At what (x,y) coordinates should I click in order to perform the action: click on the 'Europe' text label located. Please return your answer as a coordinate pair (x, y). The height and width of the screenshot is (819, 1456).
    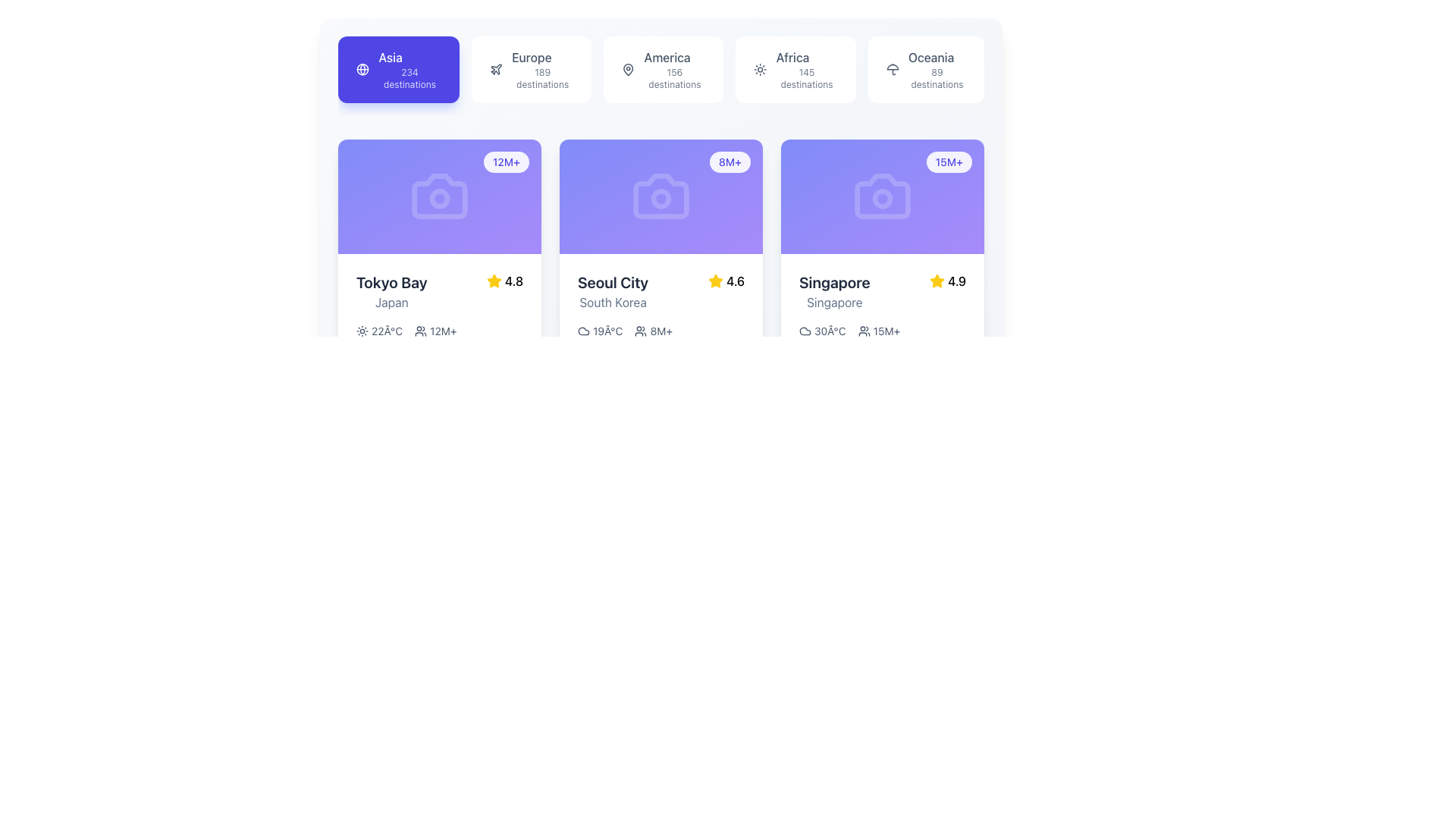
    Looking at the image, I should click on (532, 57).